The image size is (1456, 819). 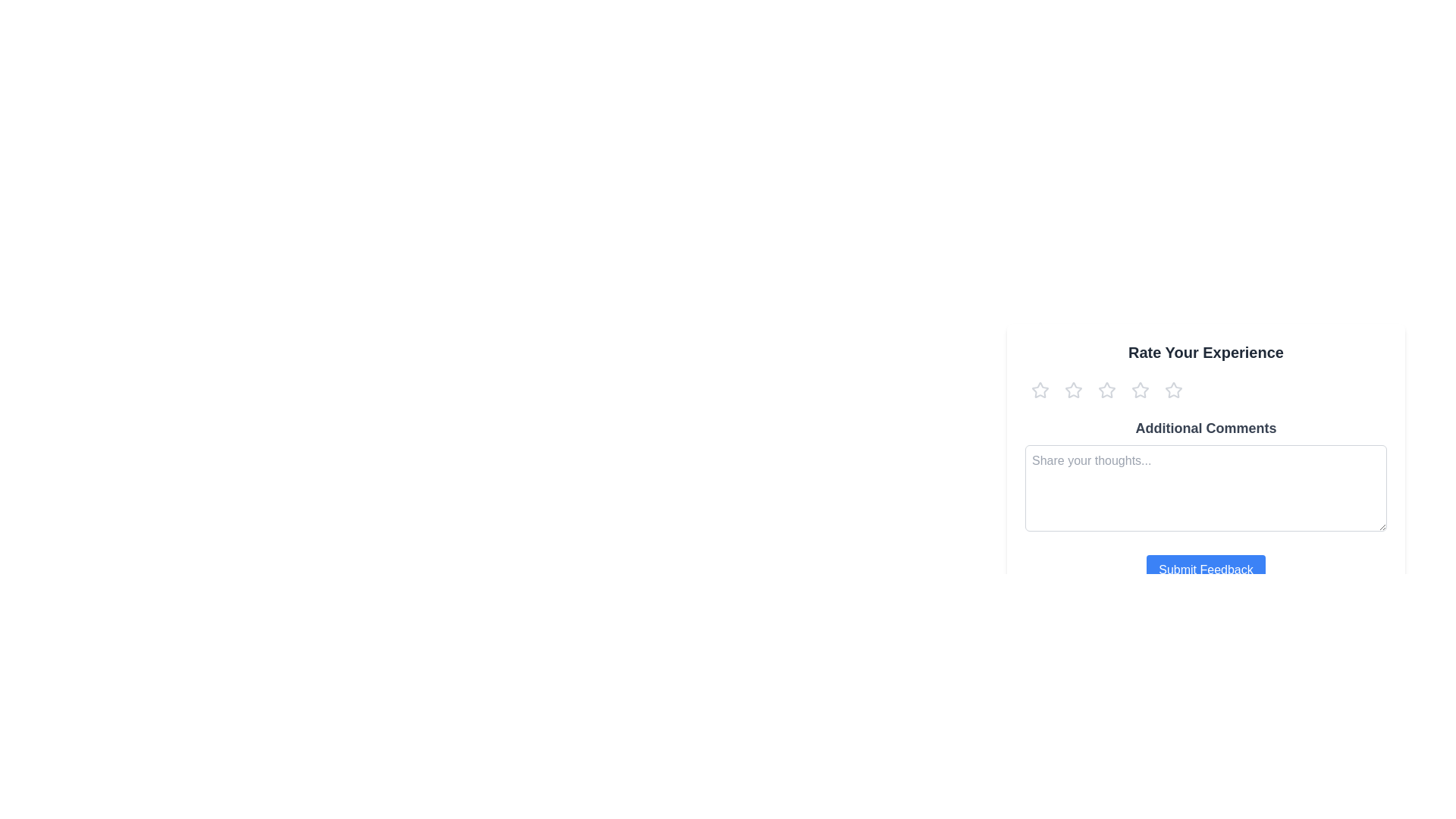 What do you see at coordinates (1040, 390) in the screenshot?
I see `the first star in the rating system to assign a one-star rating, indicating the lowest level of satisfaction` at bounding box center [1040, 390].